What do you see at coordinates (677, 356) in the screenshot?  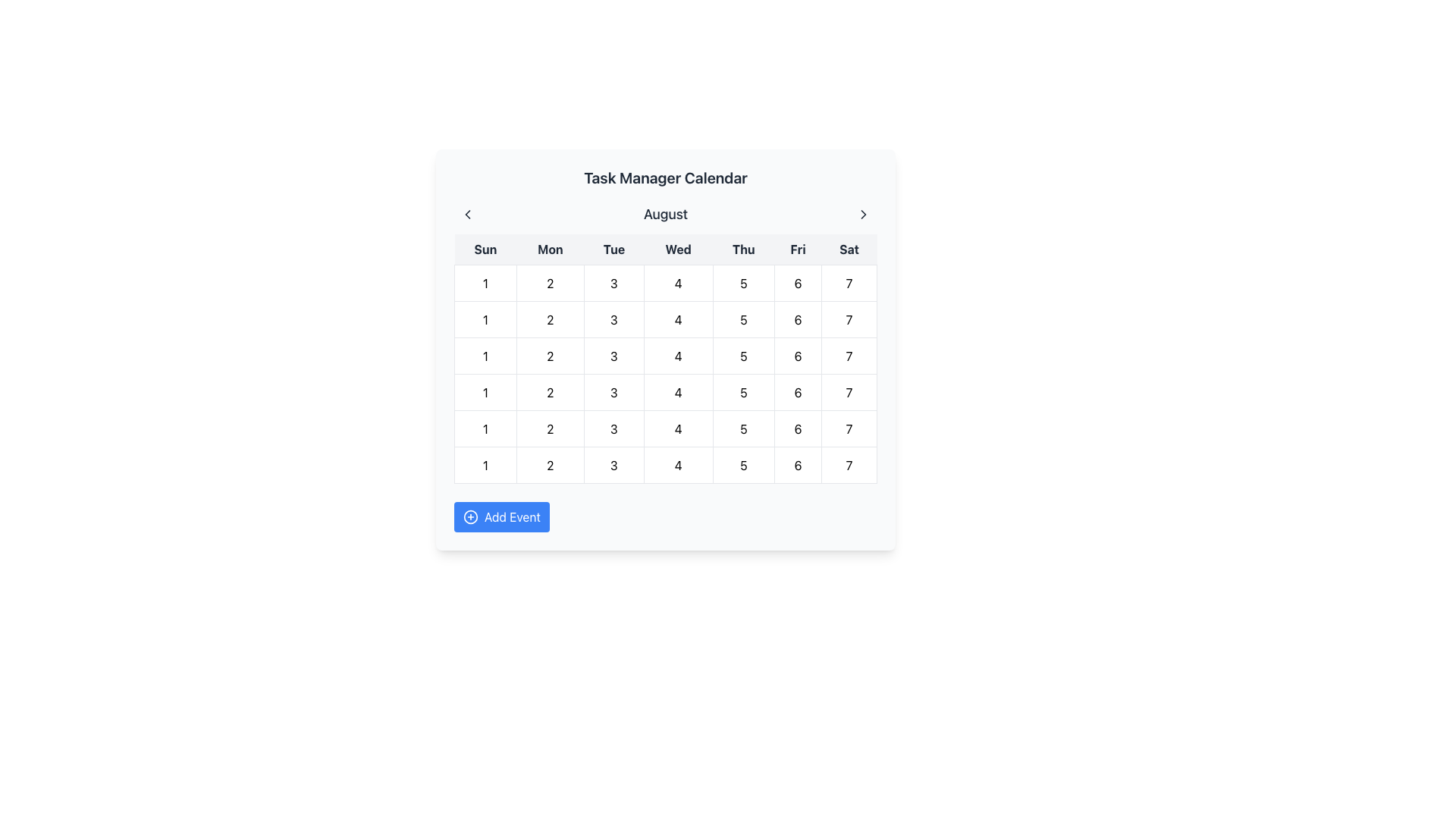 I see `the Day cell in the calendar grid that displays the numeral '4', which is located in the fourth column under the 'Wed' header` at bounding box center [677, 356].